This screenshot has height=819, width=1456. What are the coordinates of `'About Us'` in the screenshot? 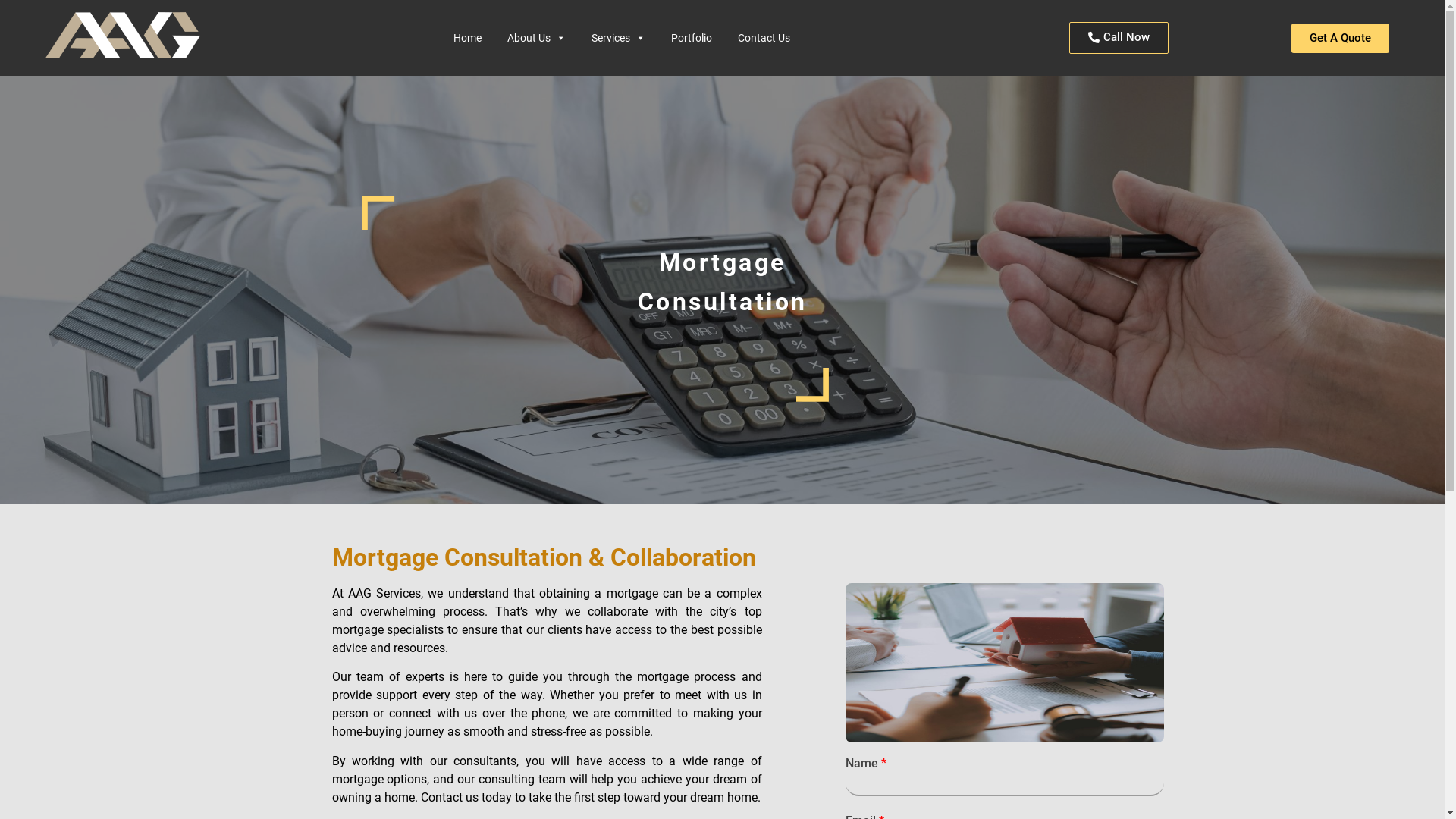 It's located at (499, 37).